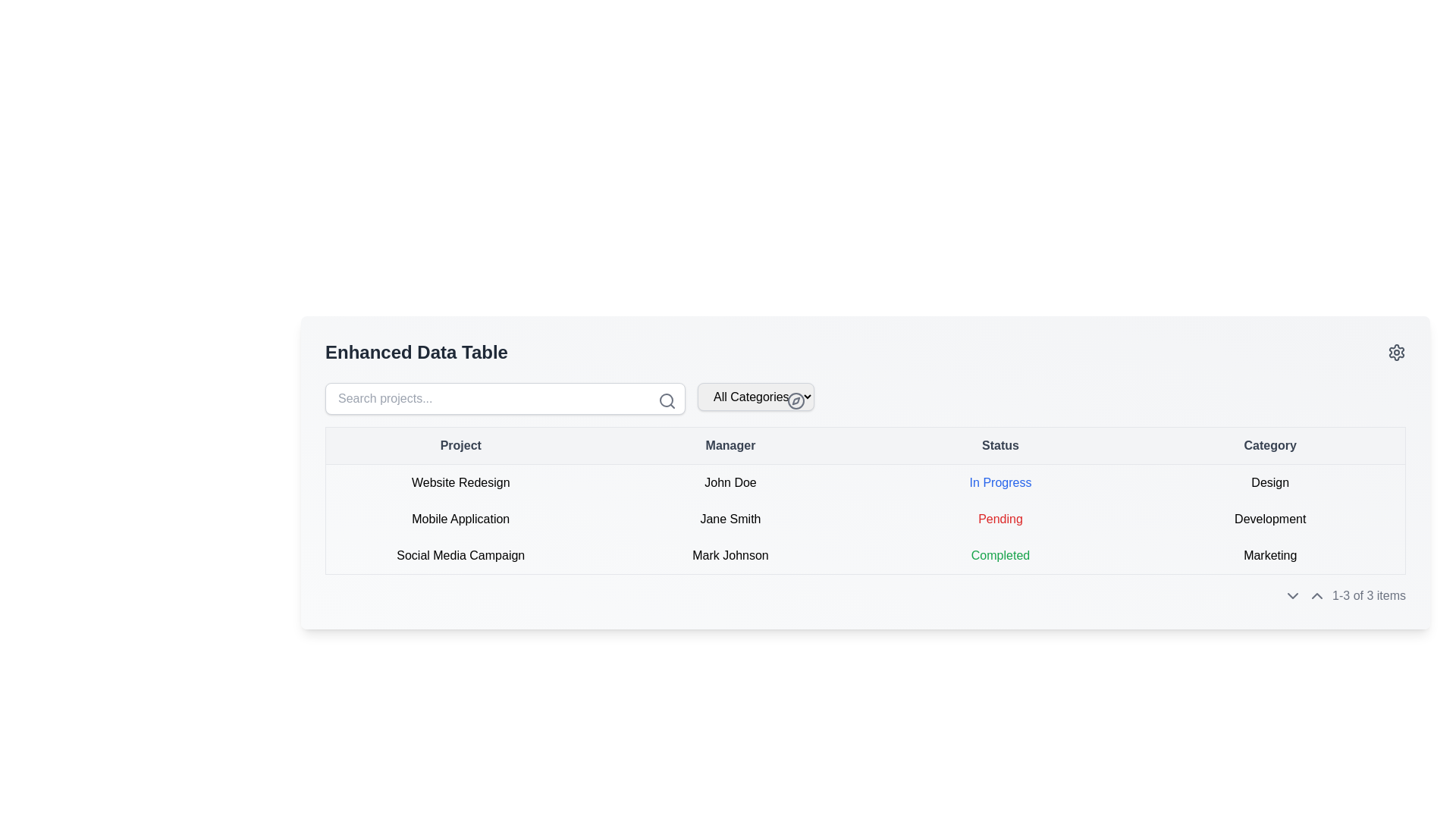 Image resolution: width=1456 pixels, height=819 pixels. I want to click on the status text indicating the current progress of the 'Website Redesign' project managed by 'John Doe' in the first row of the table, so click(1000, 482).